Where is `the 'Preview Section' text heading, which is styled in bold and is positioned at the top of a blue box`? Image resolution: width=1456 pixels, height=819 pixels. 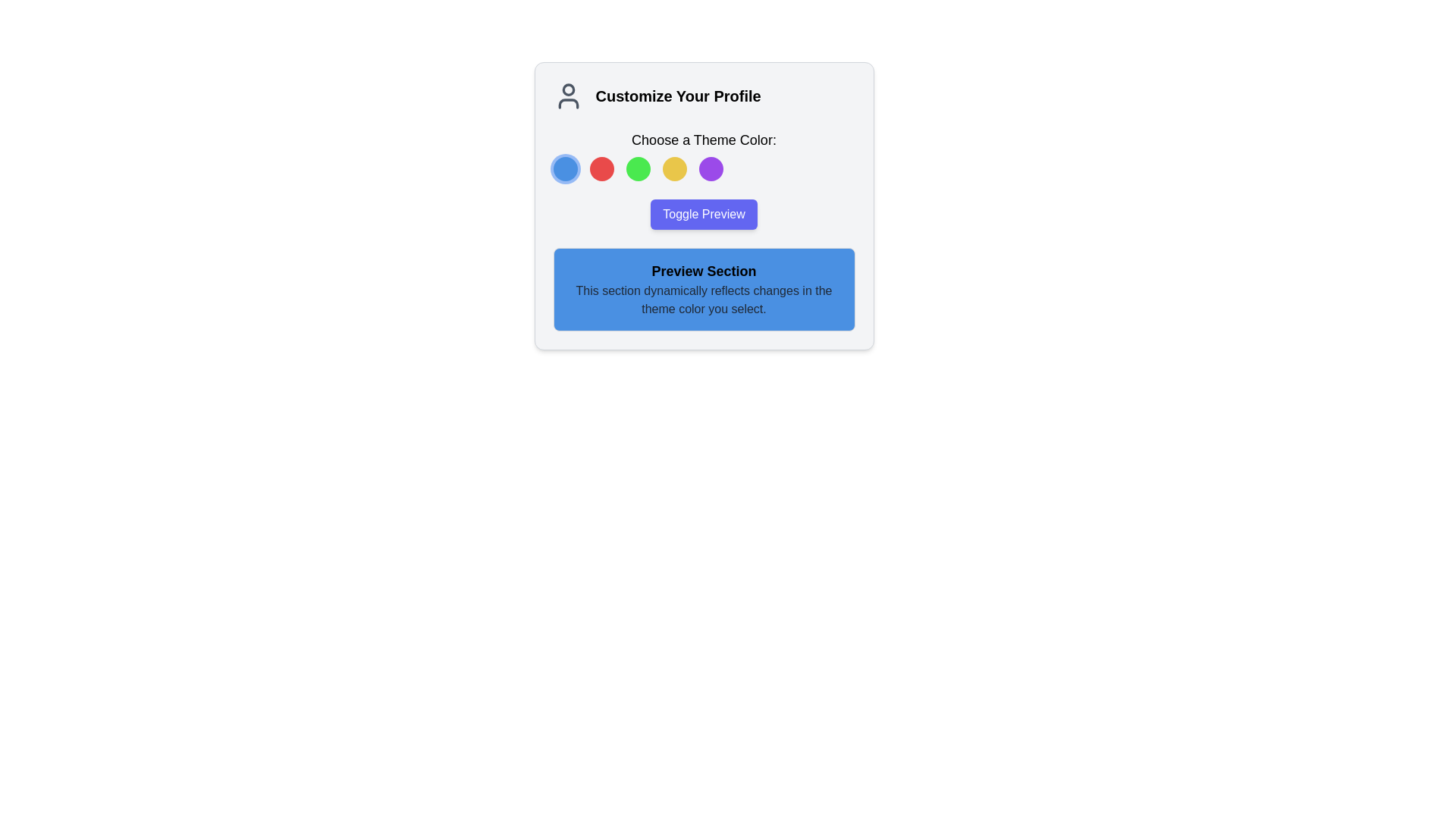
the 'Preview Section' text heading, which is styled in bold and is positioned at the top of a blue box is located at coordinates (703, 271).